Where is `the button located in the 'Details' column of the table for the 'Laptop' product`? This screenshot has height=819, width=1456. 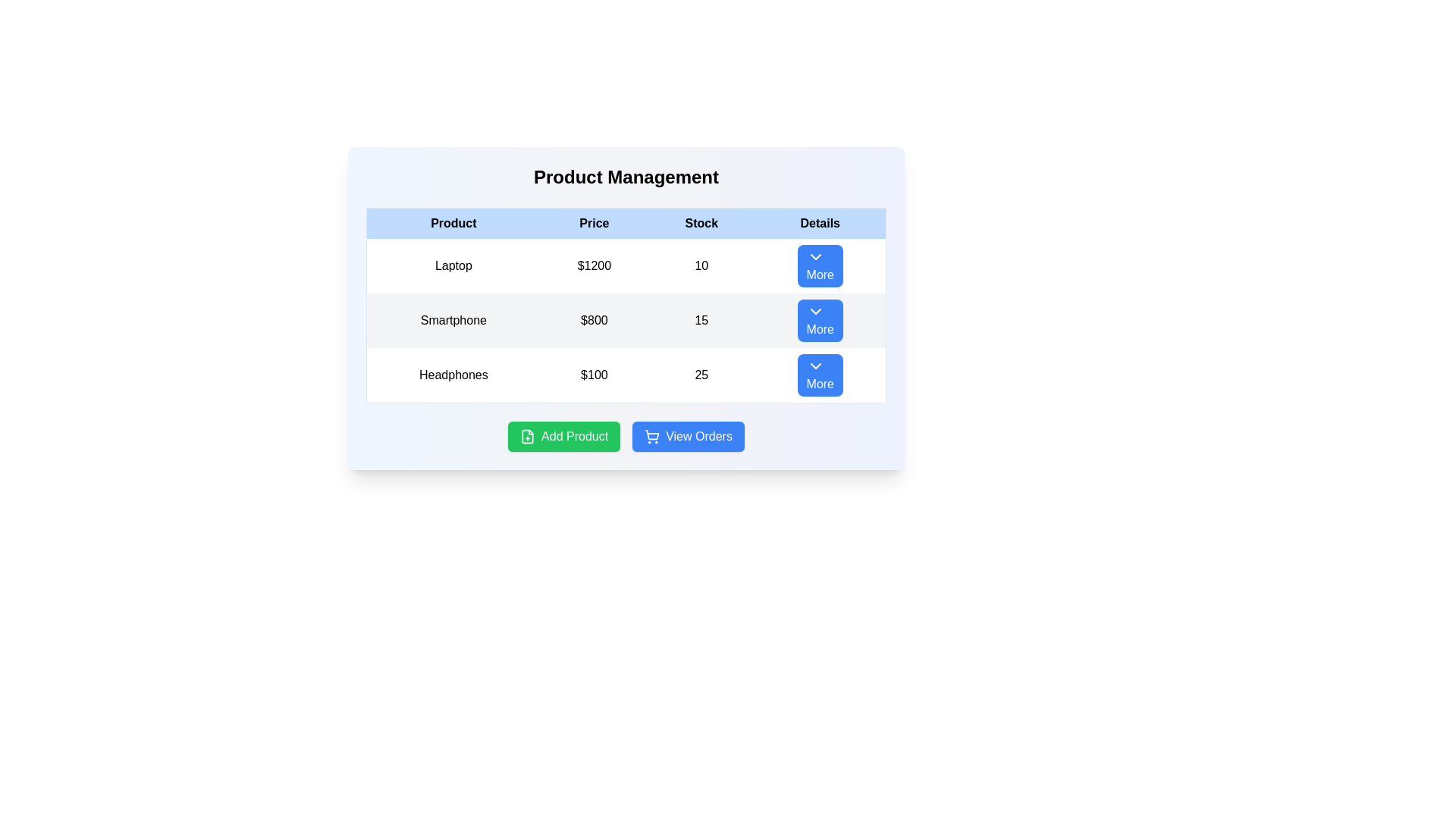 the button located in the 'Details' column of the table for the 'Laptop' product is located at coordinates (819, 265).